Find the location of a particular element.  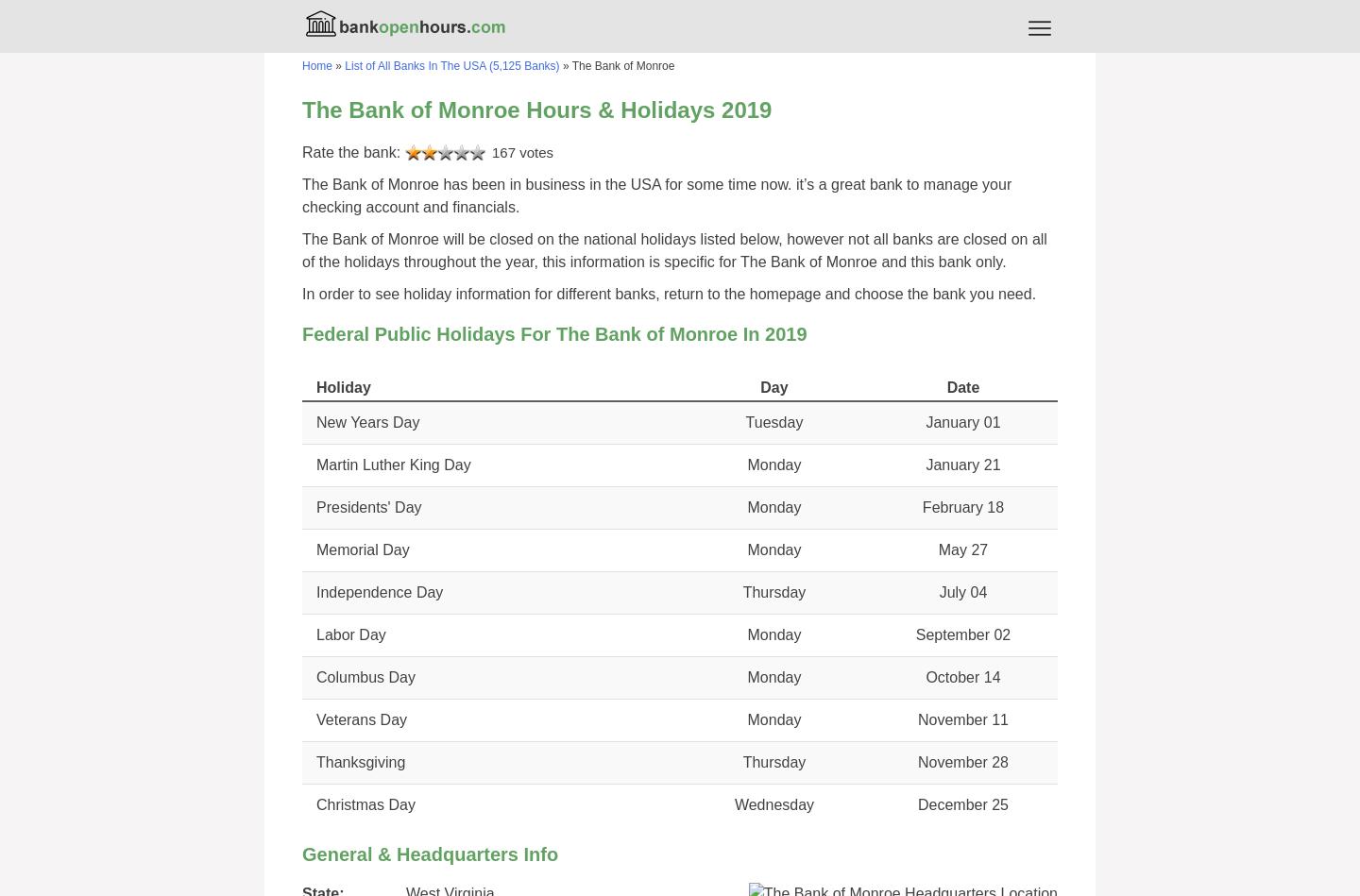

'May 27' is located at coordinates (961, 549).